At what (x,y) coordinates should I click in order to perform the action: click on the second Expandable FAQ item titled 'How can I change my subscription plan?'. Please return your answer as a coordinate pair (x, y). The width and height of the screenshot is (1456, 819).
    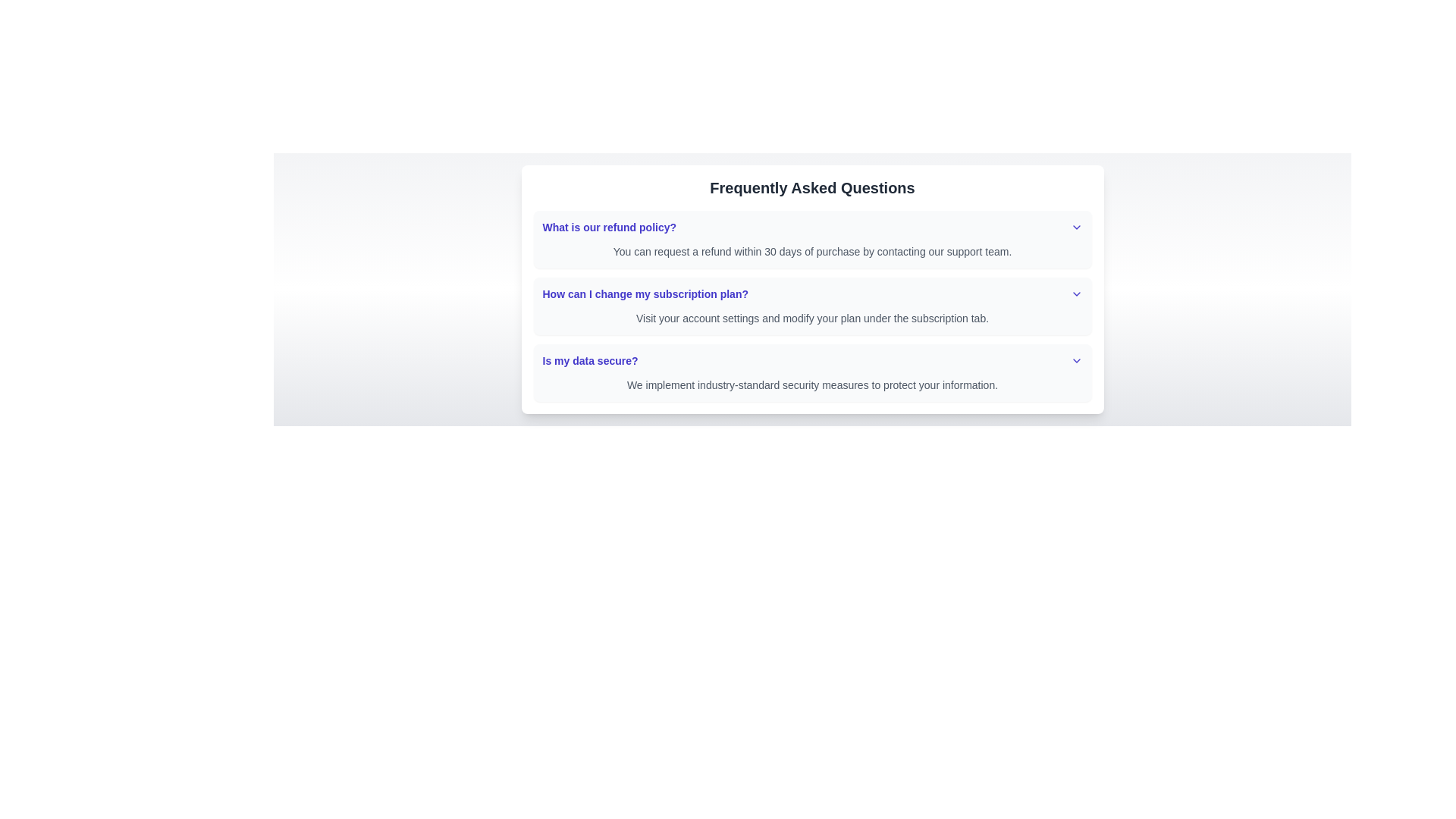
    Looking at the image, I should click on (811, 306).